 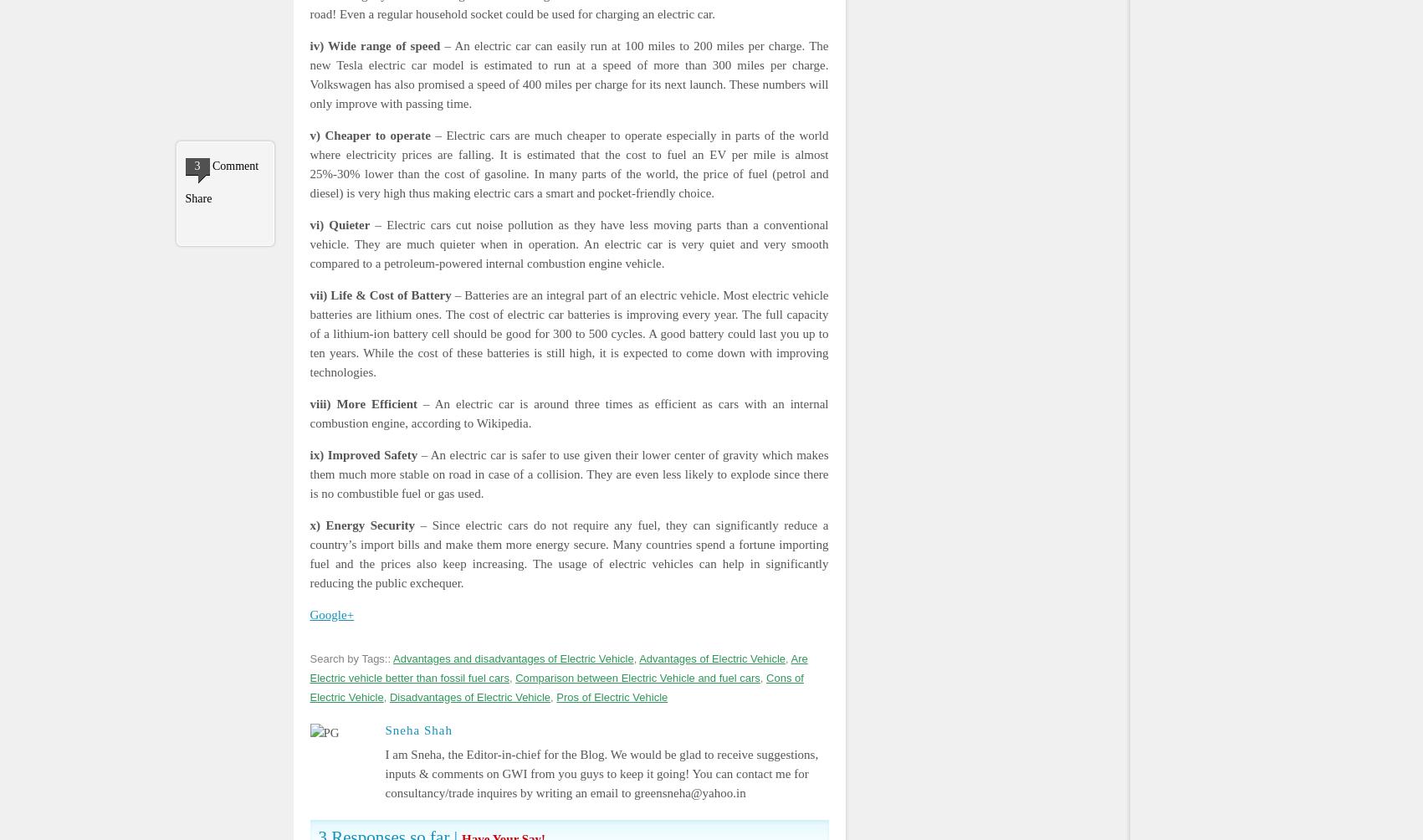 I want to click on '– Batteries are an integral part of an electric vehicle. Most electric vehicle batteries are lithium ones. The cost of electric car batteries is improving every year. The full capacity of a lithium-ion battery cell should be good for 300 to 500 cycles. A good battery could last you up to ten years. While the cost of these batteries is still high, it is expected to come down with improving technologies.', so click(x=568, y=331).